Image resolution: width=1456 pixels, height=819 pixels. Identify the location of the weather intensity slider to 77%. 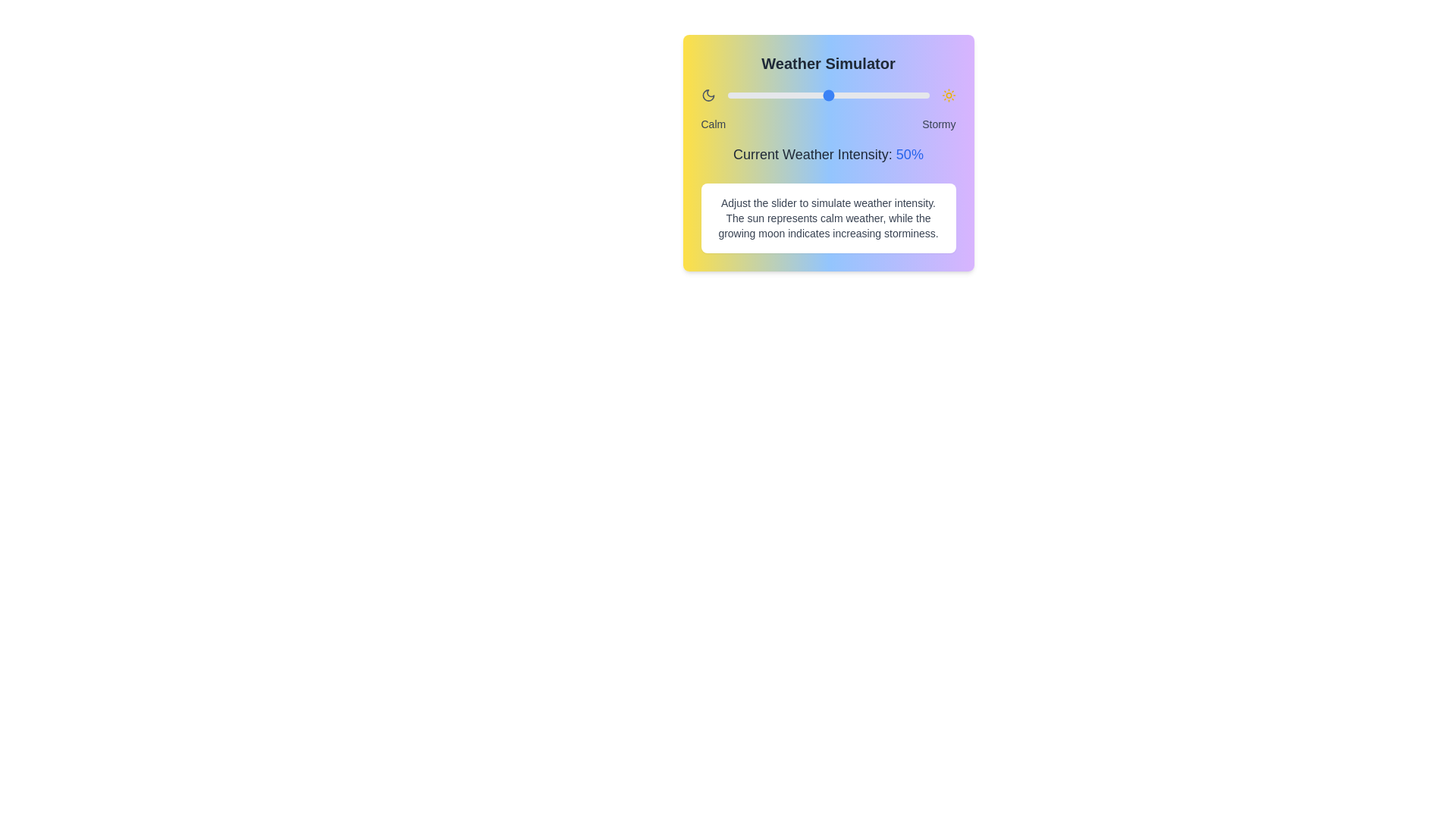
(883, 96).